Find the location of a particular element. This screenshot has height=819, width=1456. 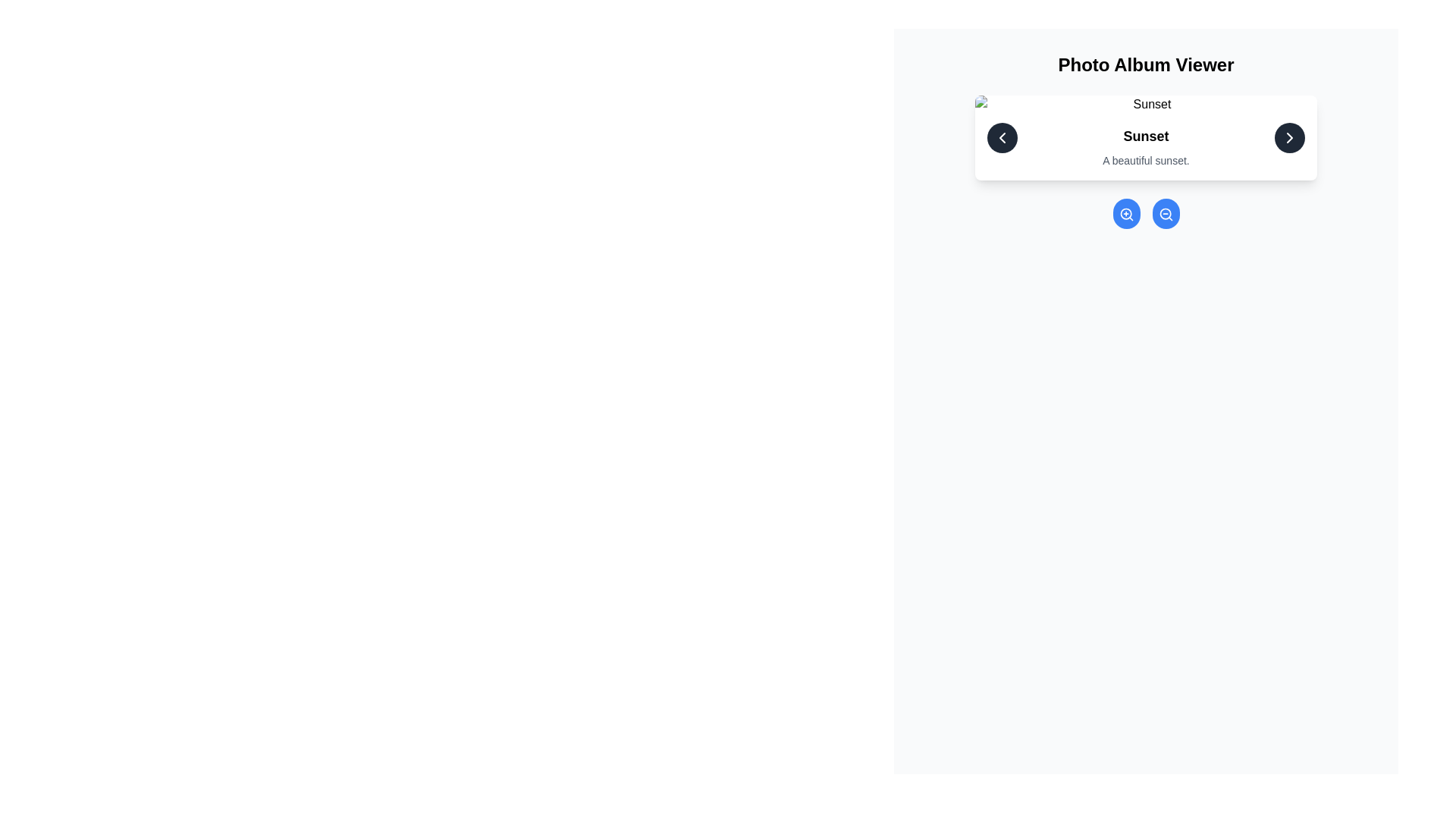

the circular button with a blue background and a white magnifying glass icon at its center is located at coordinates (1165, 213).